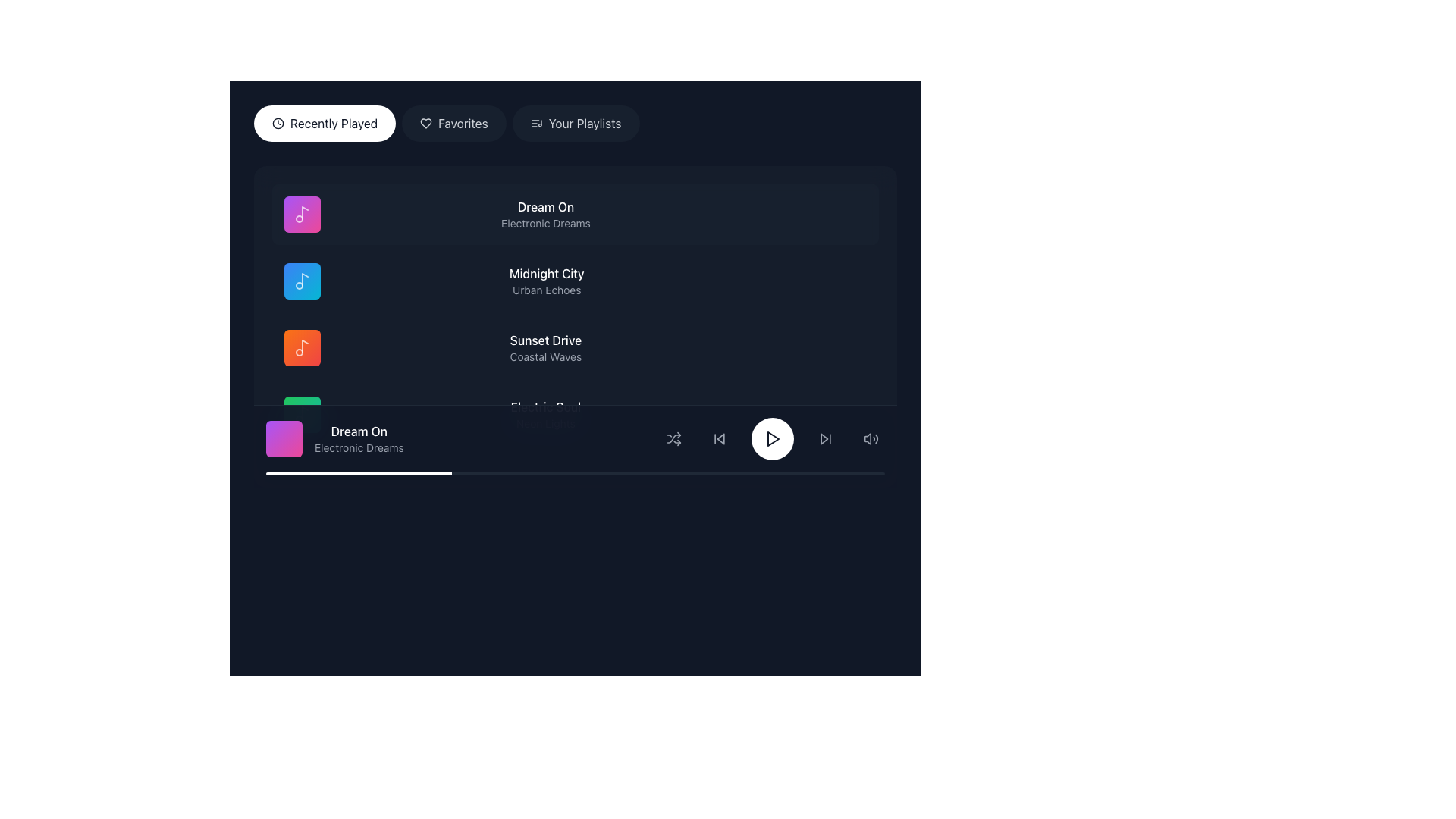 This screenshot has height=819, width=1456. I want to click on the 'Favorites' icon, which serves as a visual indicator for the 'Favorites' feature, located to the left of the text label 'Favorites', so click(425, 122).